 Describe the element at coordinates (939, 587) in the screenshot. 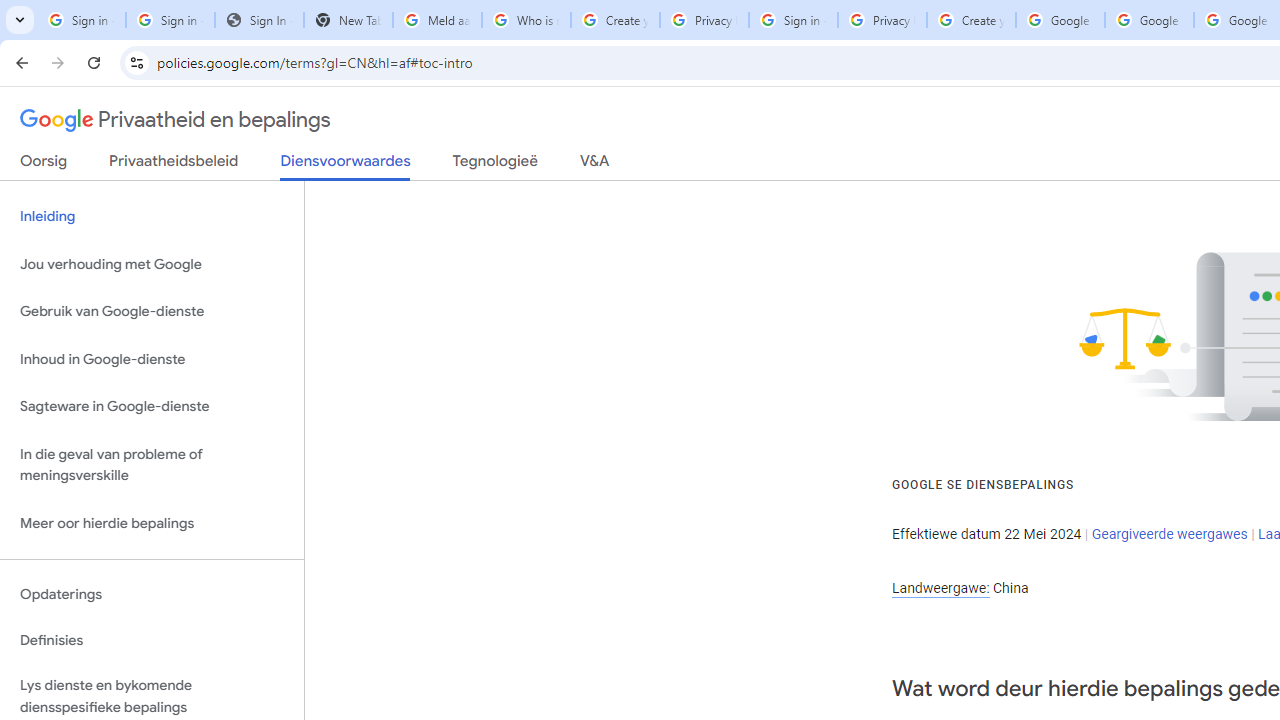

I see `'Landweergawe:'` at that location.